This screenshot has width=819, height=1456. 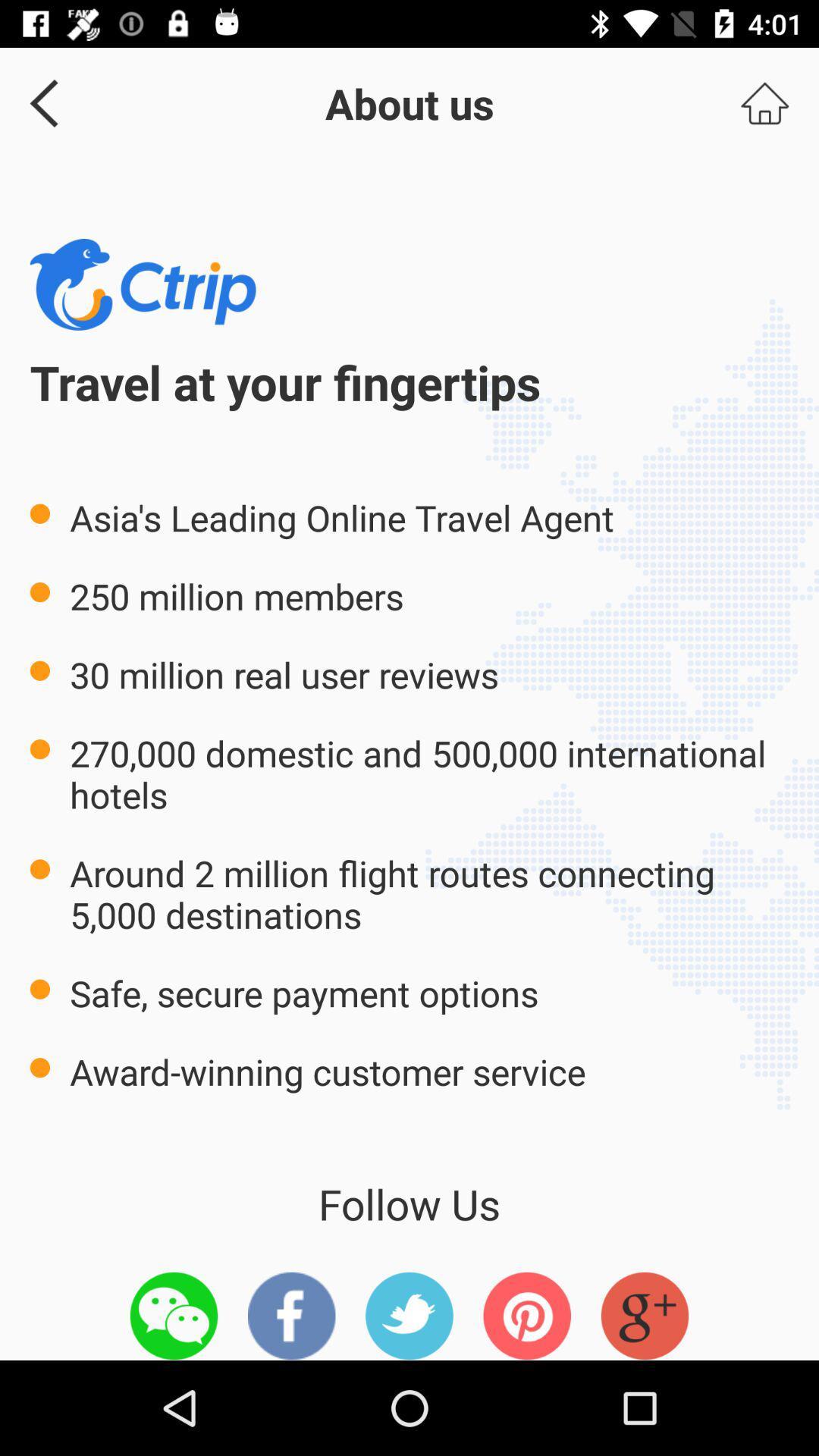 What do you see at coordinates (409, 1315) in the screenshot?
I see `the twitter icon` at bounding box center [409, 1315].